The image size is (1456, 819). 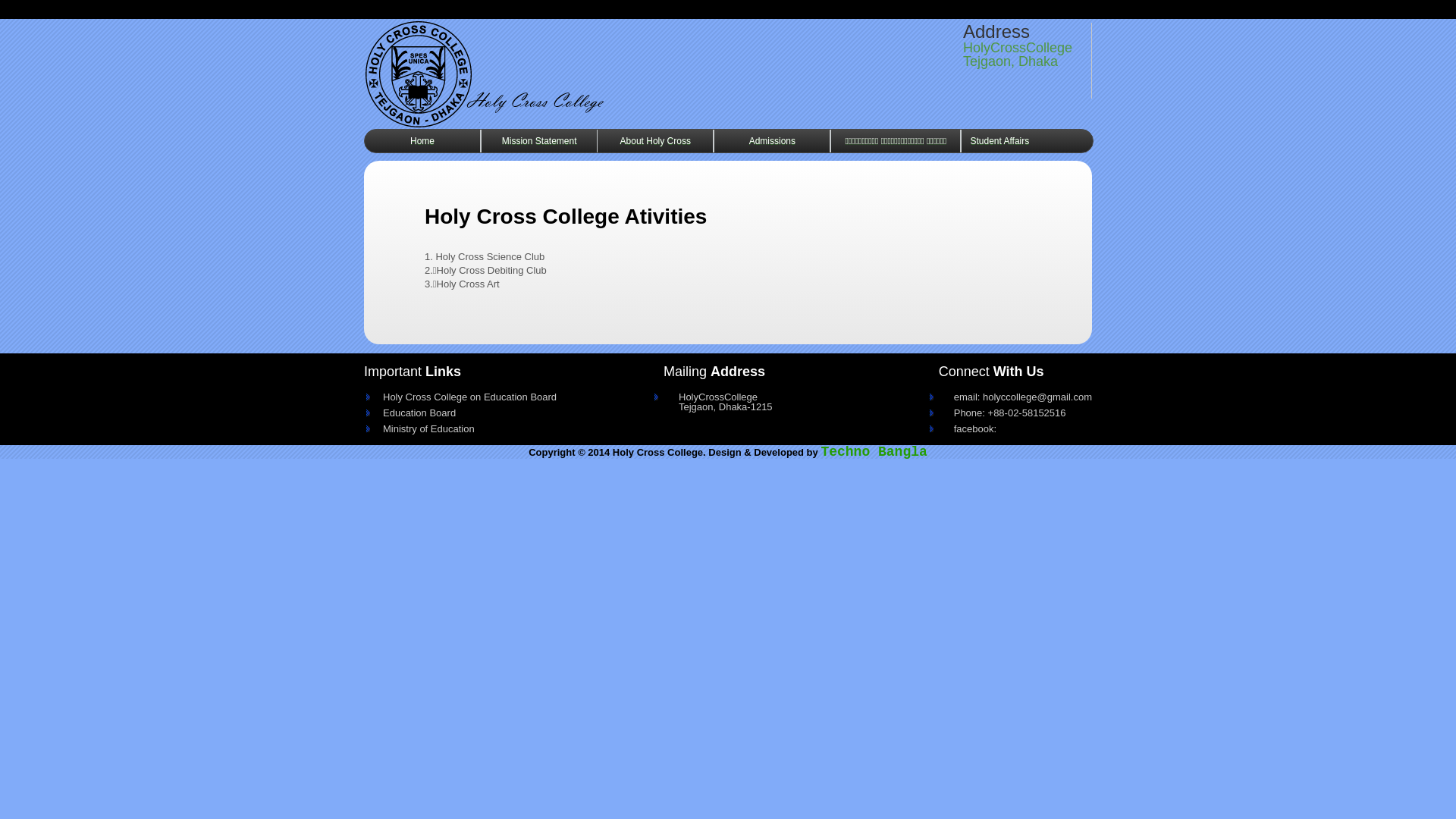 What do you see at coordinates (538, 140) in the screenshot?
I see `'Mission Statement'` at bounding box center [538, 140].